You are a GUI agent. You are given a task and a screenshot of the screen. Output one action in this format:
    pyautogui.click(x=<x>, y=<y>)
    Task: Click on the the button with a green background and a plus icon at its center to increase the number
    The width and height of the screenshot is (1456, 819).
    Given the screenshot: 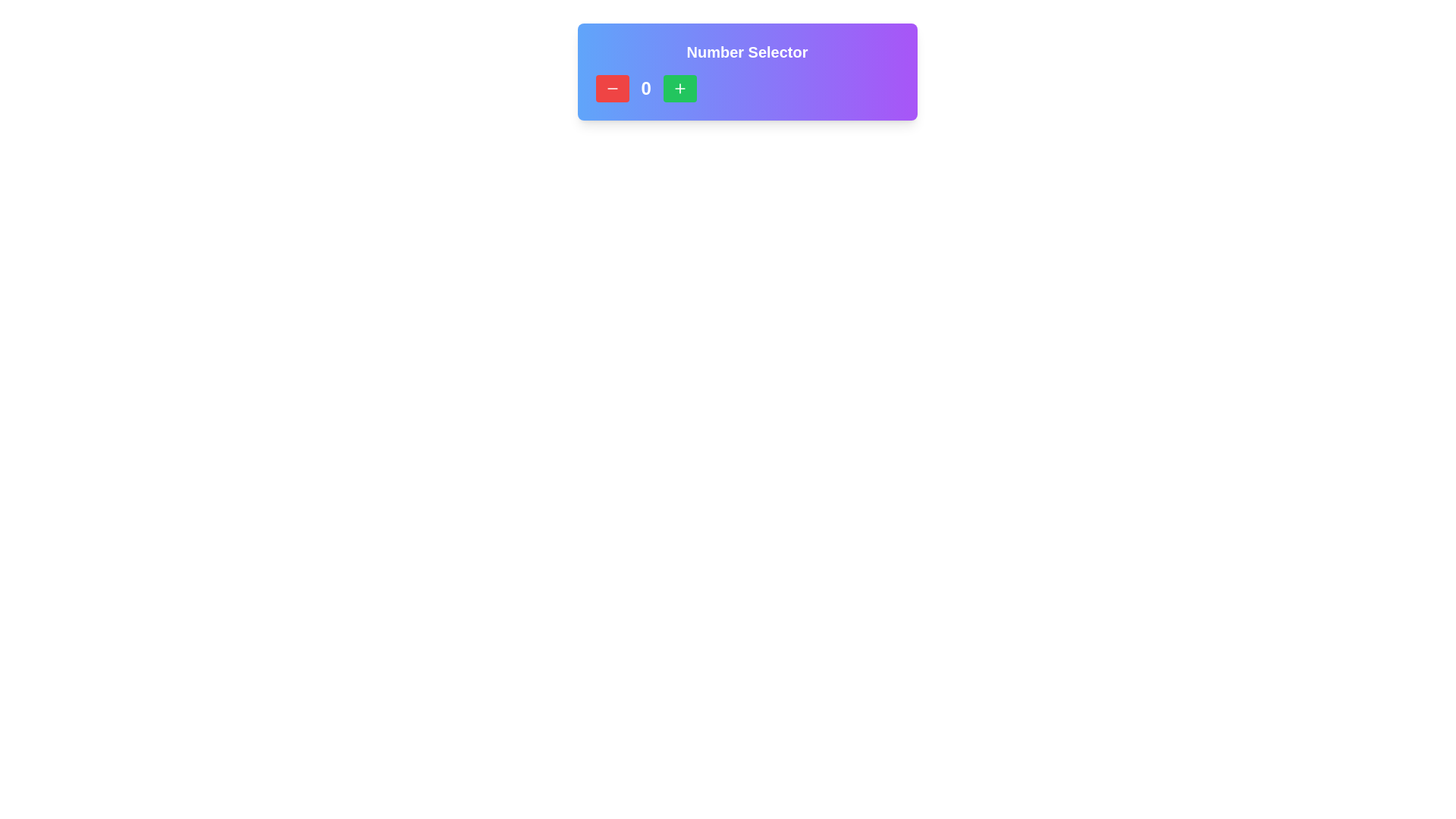 What is the action you would take?
    pyautogui.click(x=679, y=88)
    